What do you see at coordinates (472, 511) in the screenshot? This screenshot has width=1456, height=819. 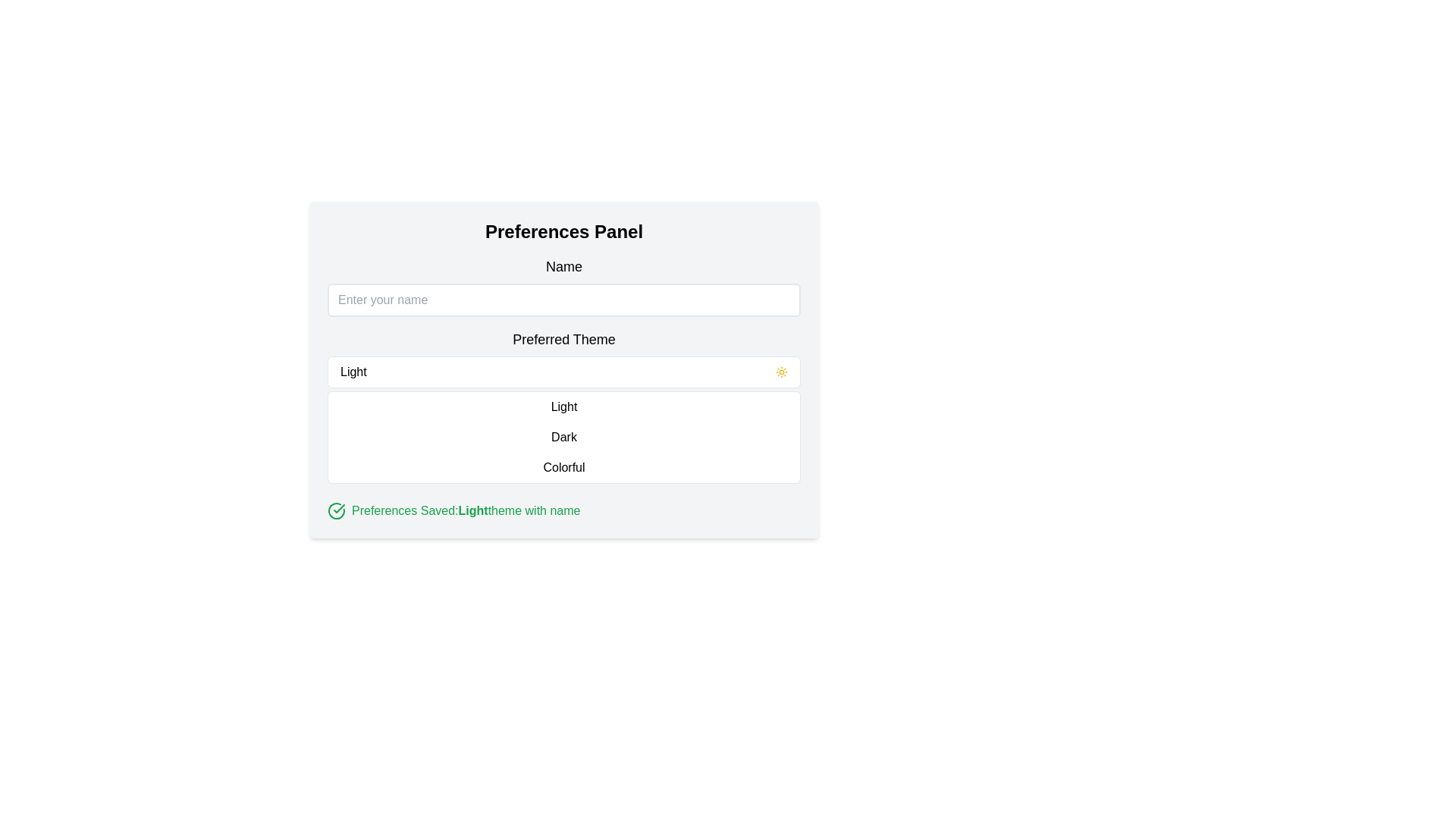 I see `the text label displaying 'Light' in green font, which is part of the success message 'Preferences Saved: Light theme with name' in the lower section of the Preferences Panel` at bounding box center [472, 511].